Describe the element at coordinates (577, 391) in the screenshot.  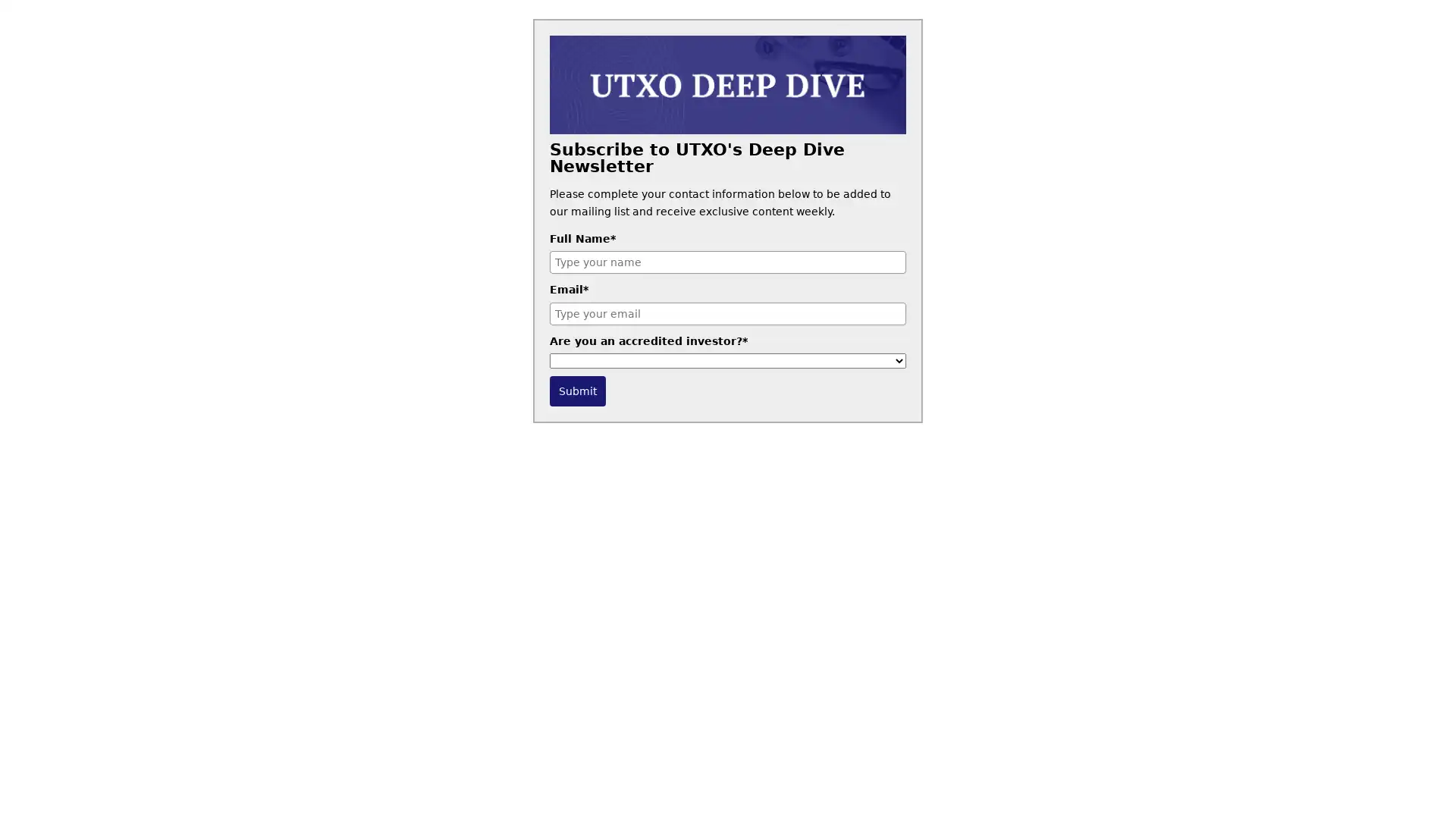
I see `Submit` at that location.